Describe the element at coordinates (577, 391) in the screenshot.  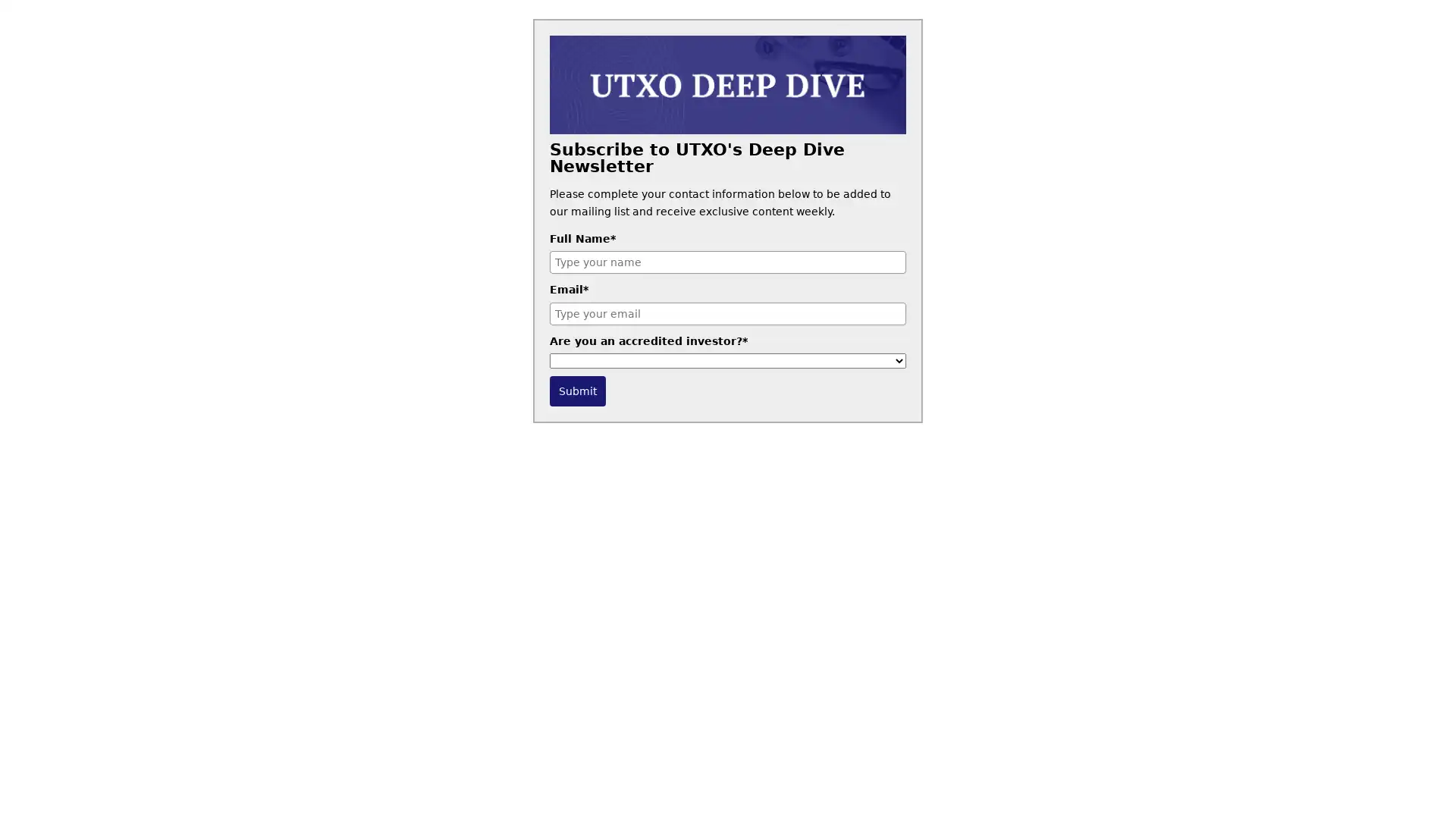
I see `Submit` at that location.